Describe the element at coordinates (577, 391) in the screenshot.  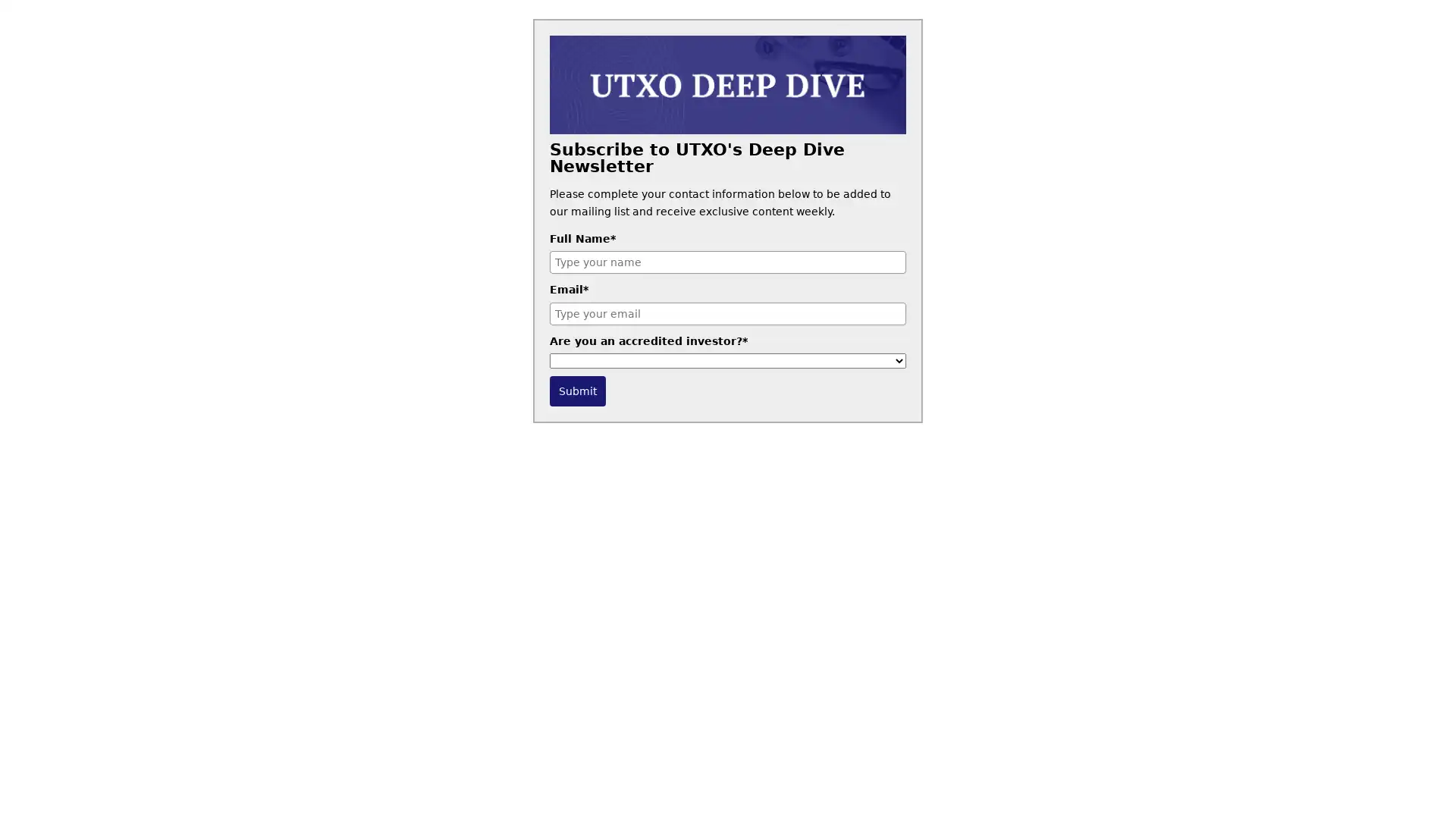
I see `Submit` at that location.